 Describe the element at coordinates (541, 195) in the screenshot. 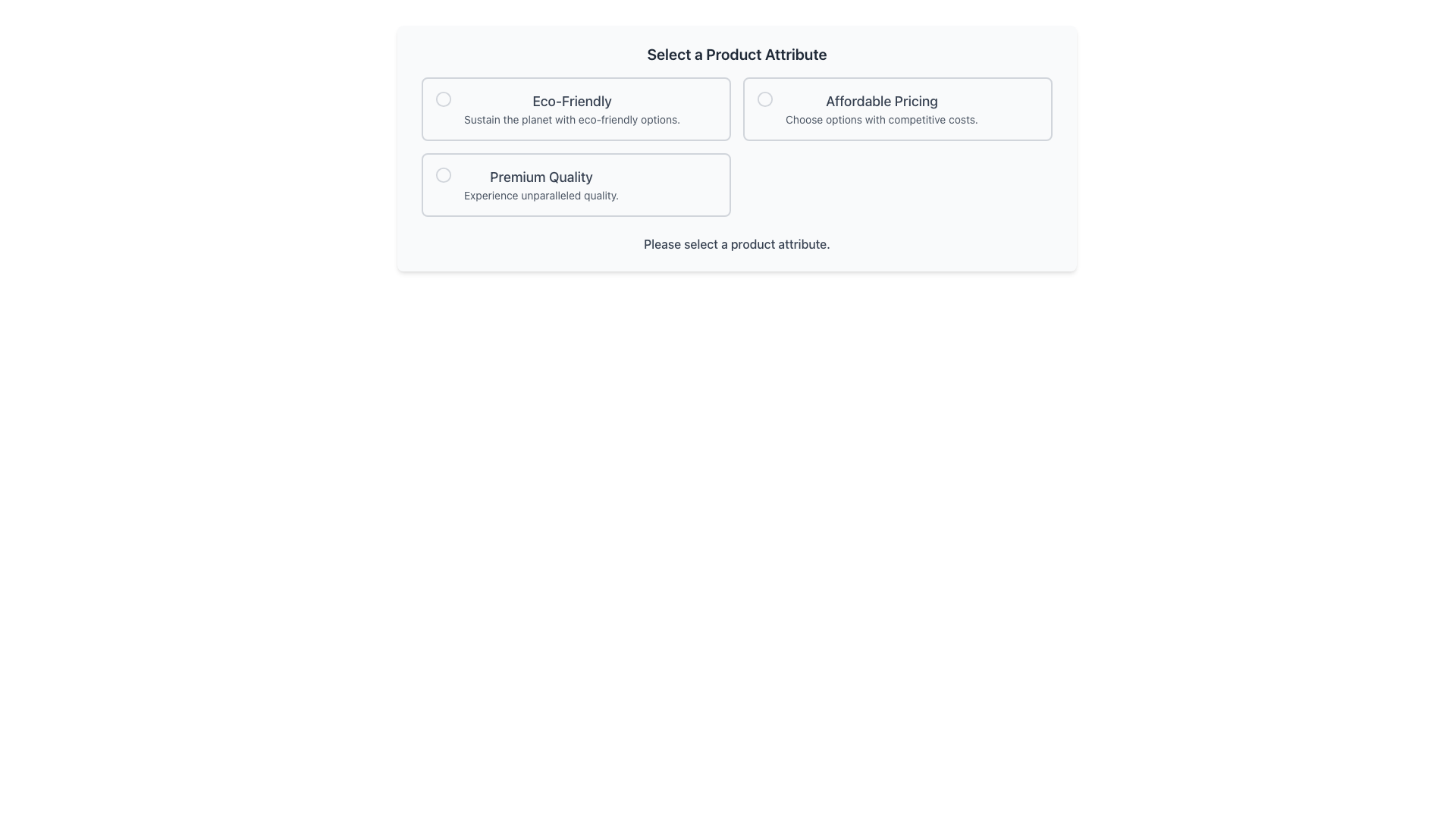

I see `the text label reading 'Experience unparalleled quality.' which is styled with a small font size and gray color, located beneath the 'Premium Quality' heading in the selection card` at that location.